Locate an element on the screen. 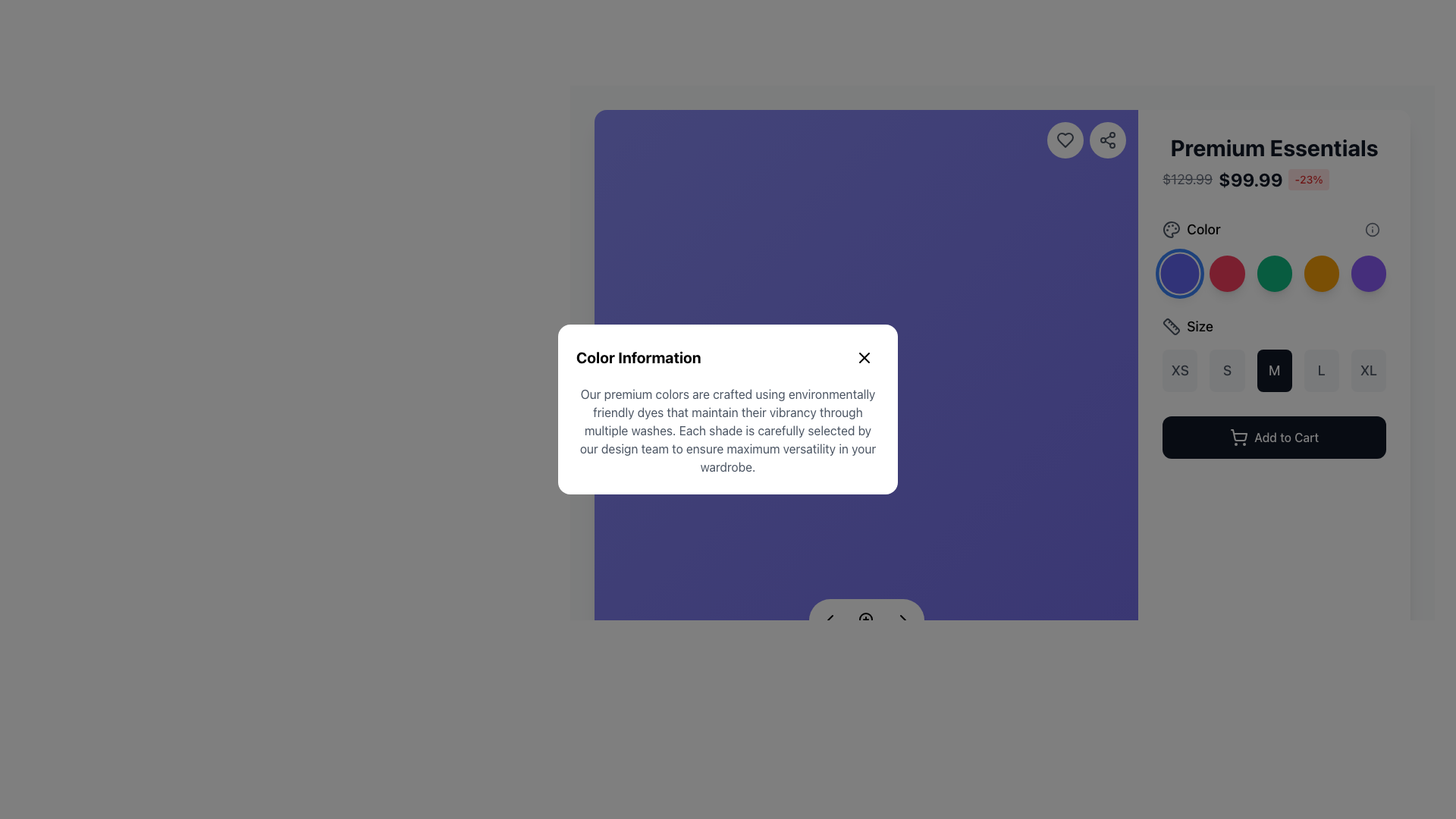  the 'Medium (M)' size selector button located between the 'S' and 'L' buttons is located at coordinates (1274, 371).